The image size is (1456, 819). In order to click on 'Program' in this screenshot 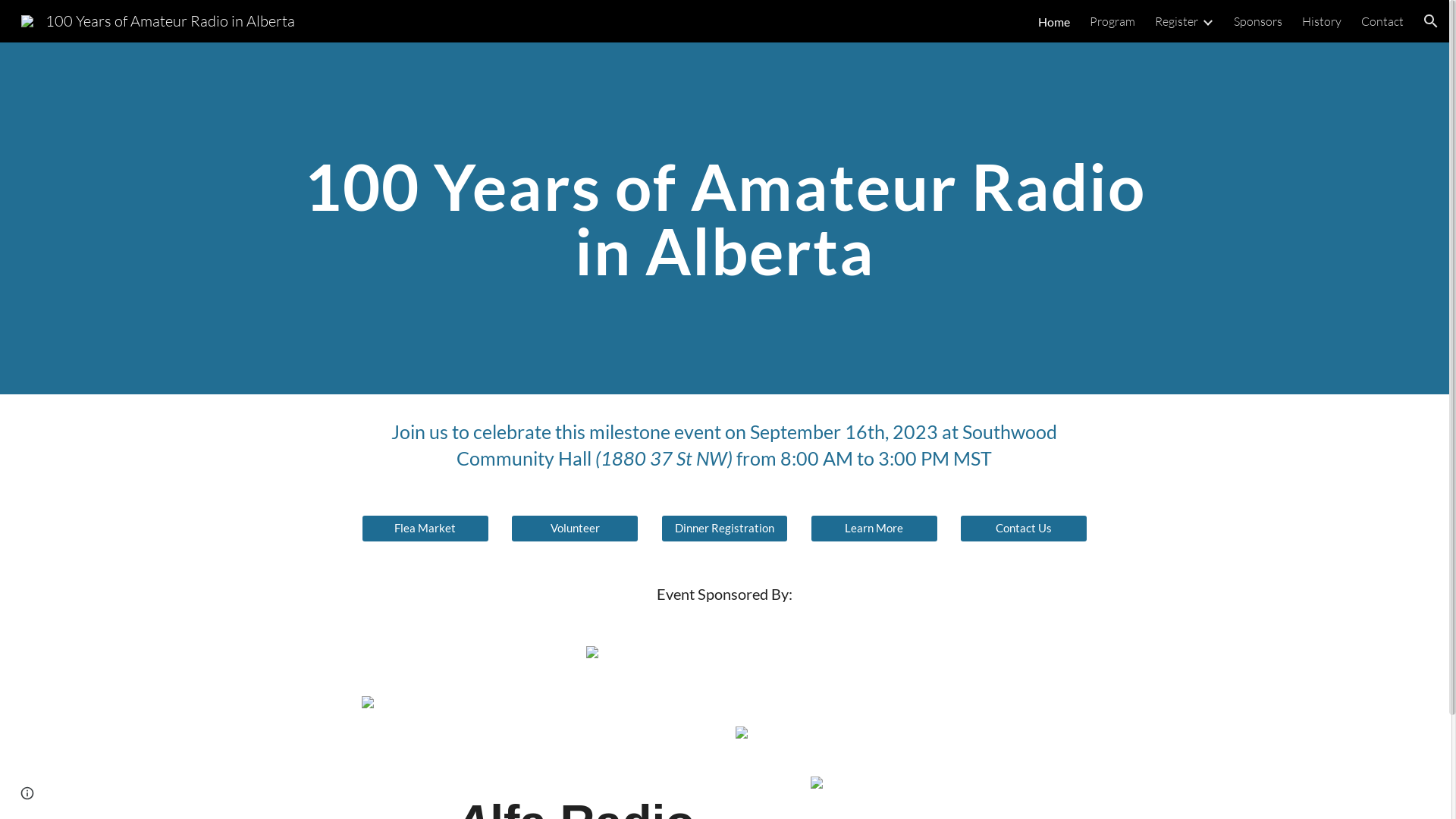, I will do `click(1112, 20)`.